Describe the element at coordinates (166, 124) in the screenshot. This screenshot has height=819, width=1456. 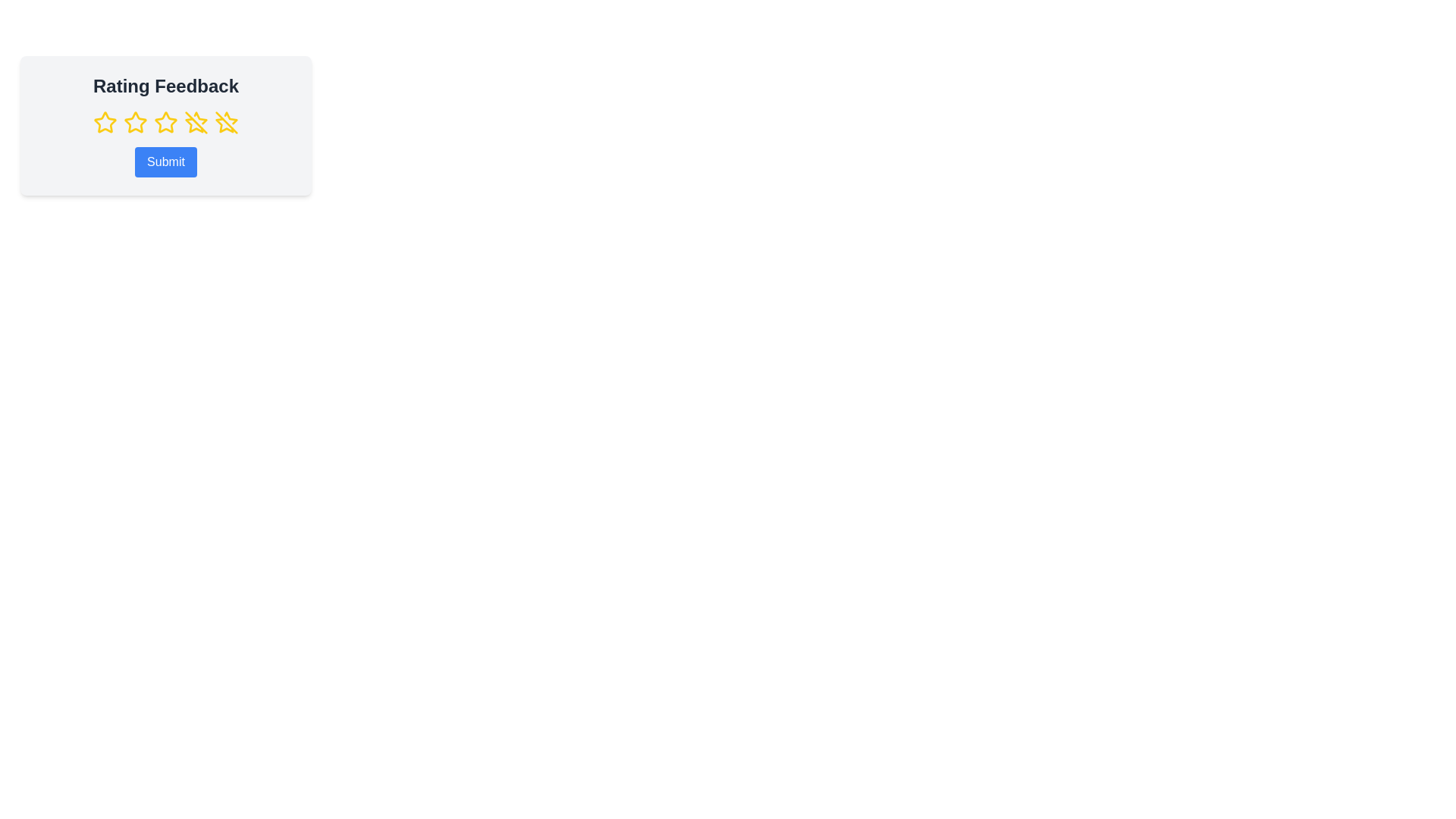
I see `on one of the star icons in the Interactive Rating Section labeled 'Rating Feedback'` at that location.